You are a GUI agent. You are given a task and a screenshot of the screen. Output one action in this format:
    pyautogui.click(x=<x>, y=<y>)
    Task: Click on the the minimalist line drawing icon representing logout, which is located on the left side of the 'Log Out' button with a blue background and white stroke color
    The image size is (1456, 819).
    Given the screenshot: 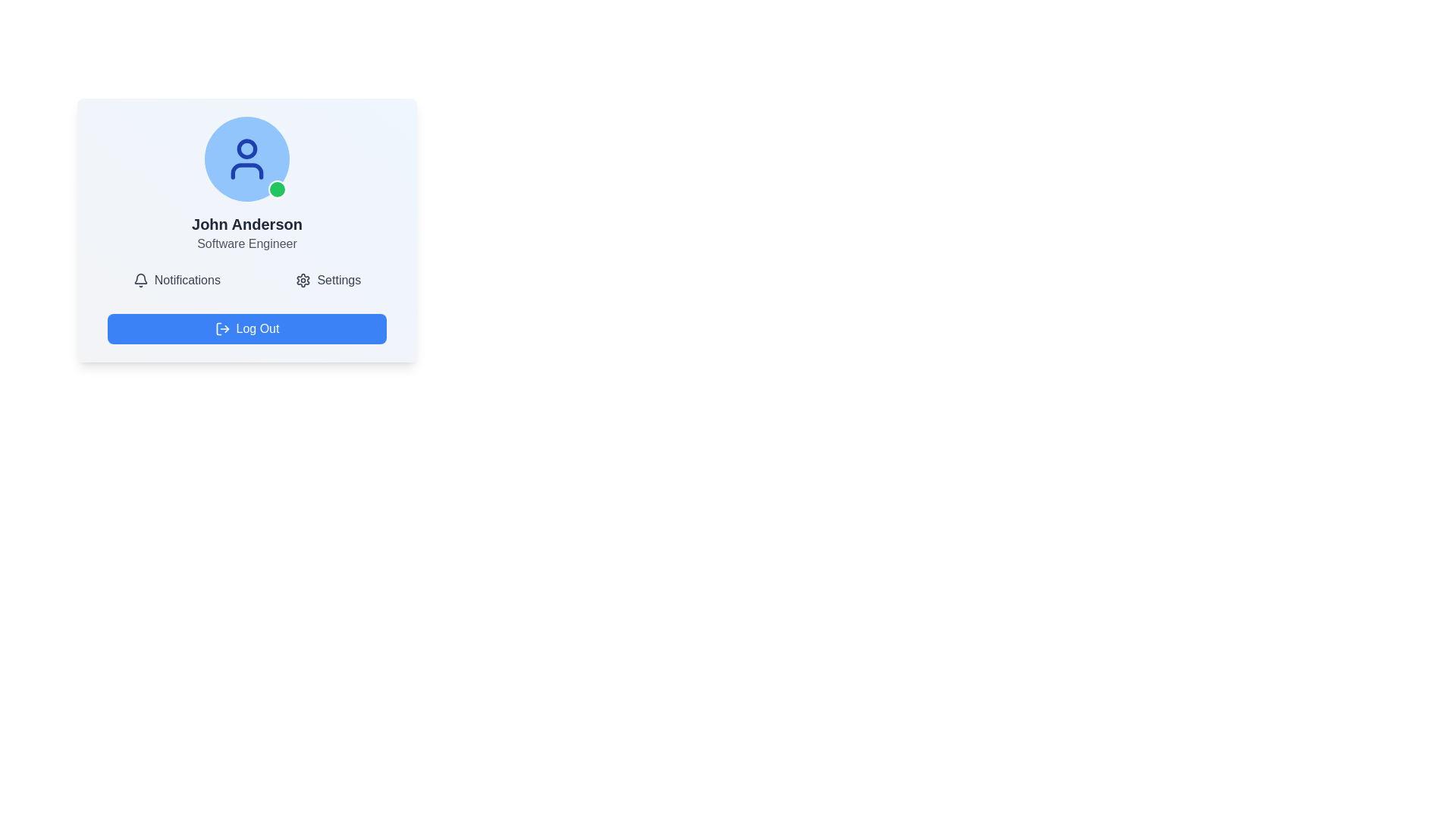 What is the action you would take?
    pyautogui.click(x=221, y=328)
    